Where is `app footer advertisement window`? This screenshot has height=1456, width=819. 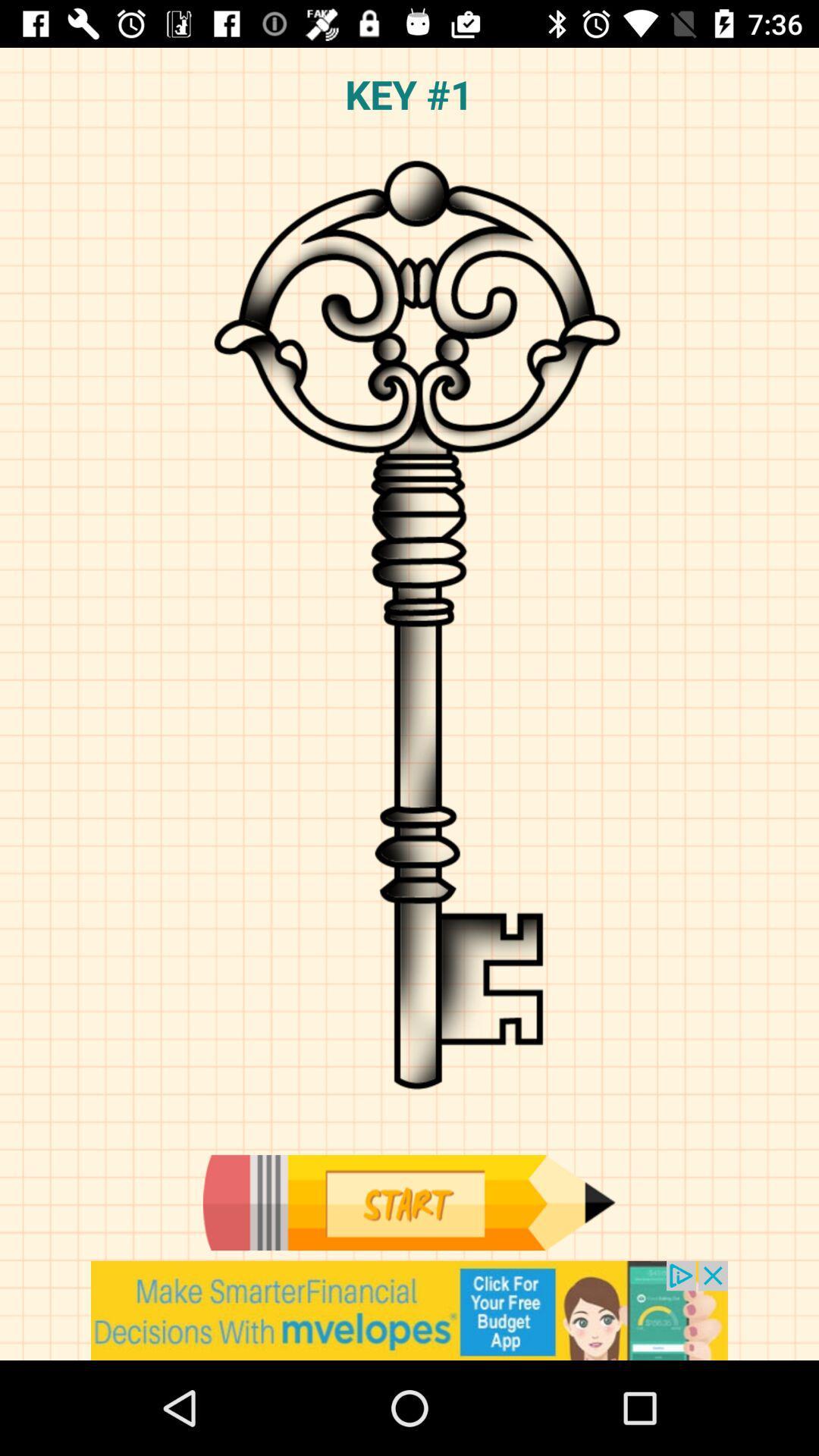
app footer advertisement window is located at coordinates (409, 1310).